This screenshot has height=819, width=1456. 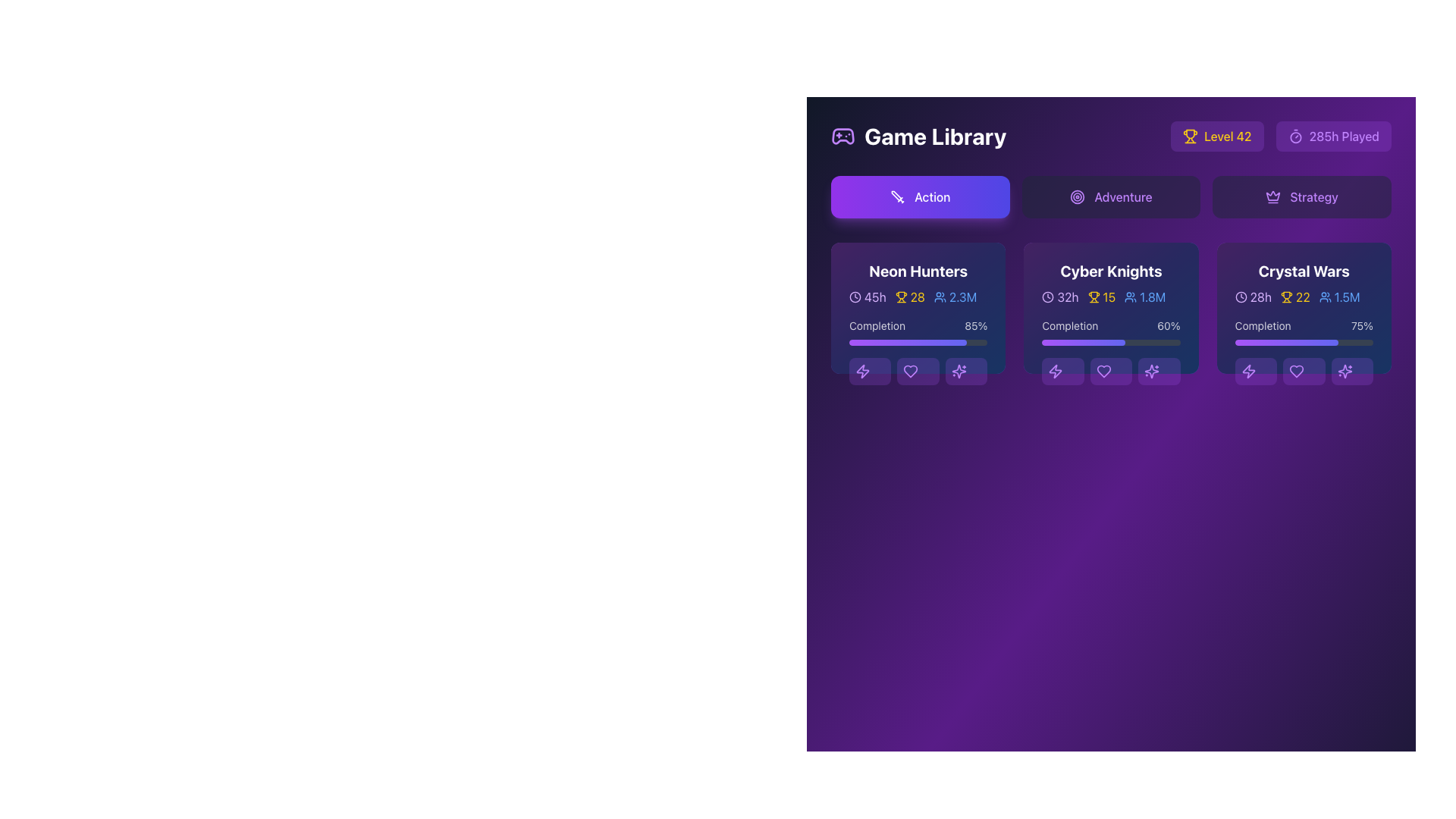 I want to click on the third button in the last row of the grid layout, which is positioned directly under the 'Crystal Wars' card, so click(x=1352, y=371).